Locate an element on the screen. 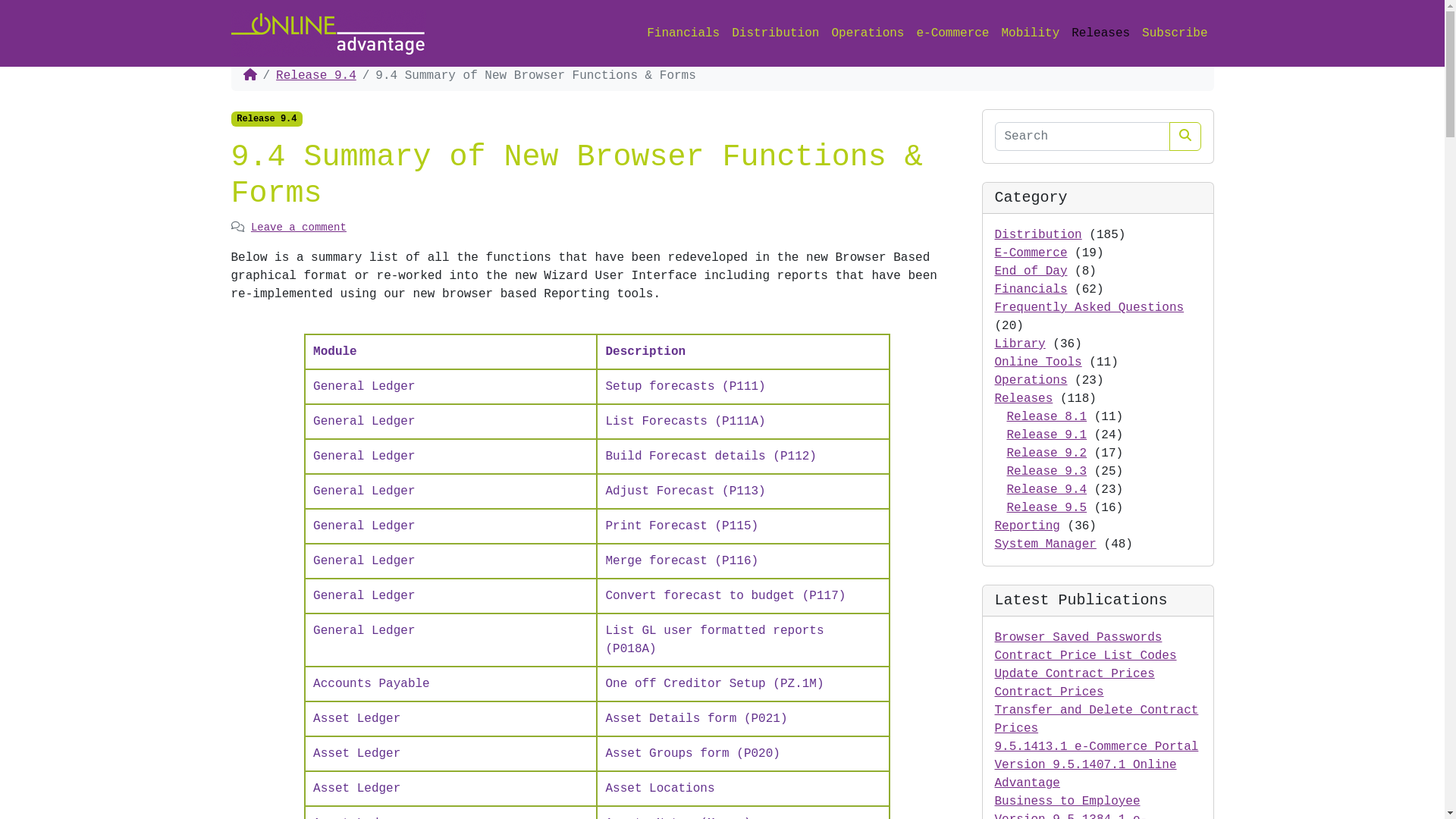 The height and width of the screenshot is (819, 1456). 'E-Commerce' is located at coordinates (1031, 253).